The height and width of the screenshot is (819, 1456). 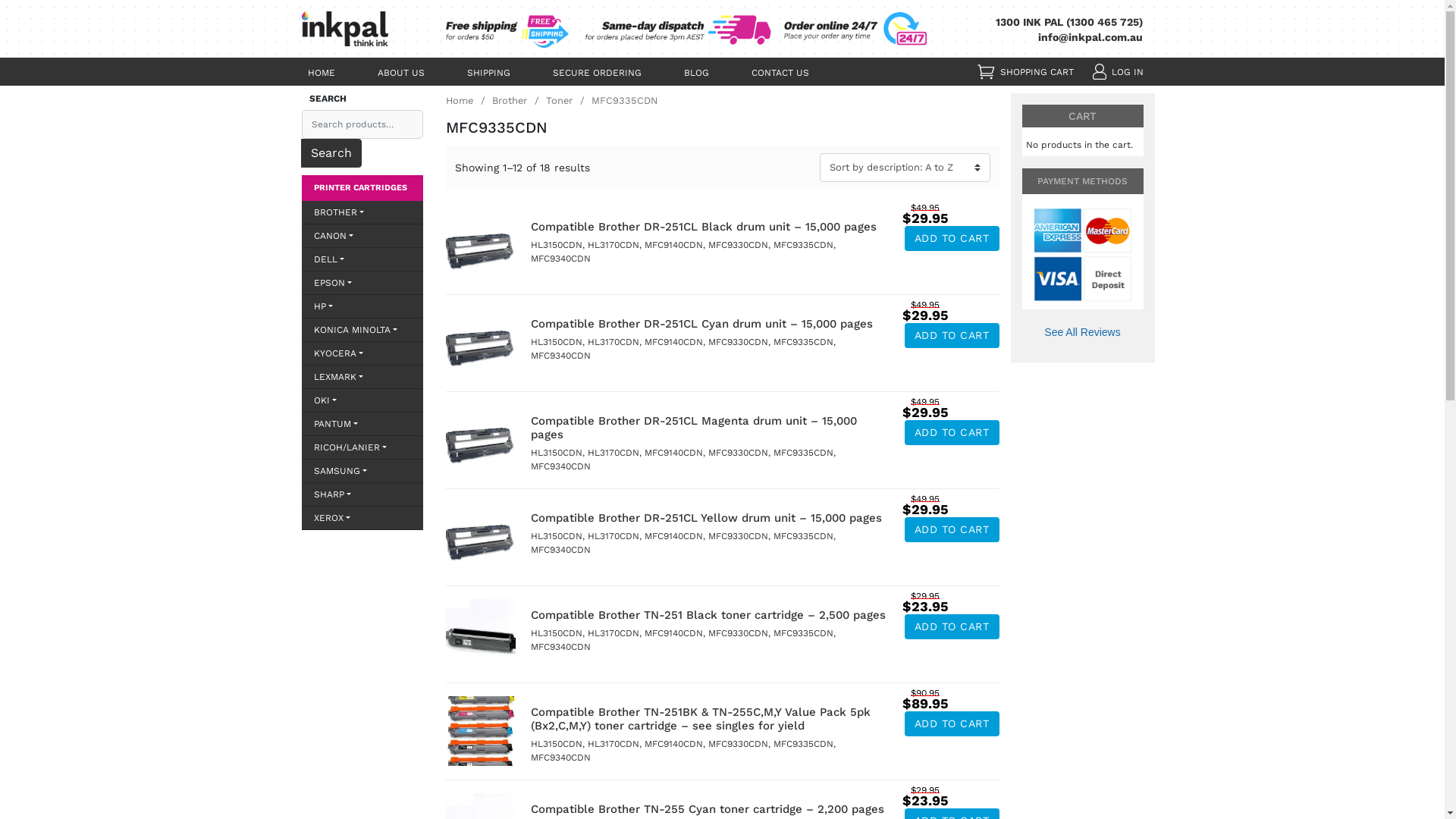 What do you see at coordinates (950, 238) in the screenshot?
I see `'ADD TO CART'` at bounding box center [950, 238].